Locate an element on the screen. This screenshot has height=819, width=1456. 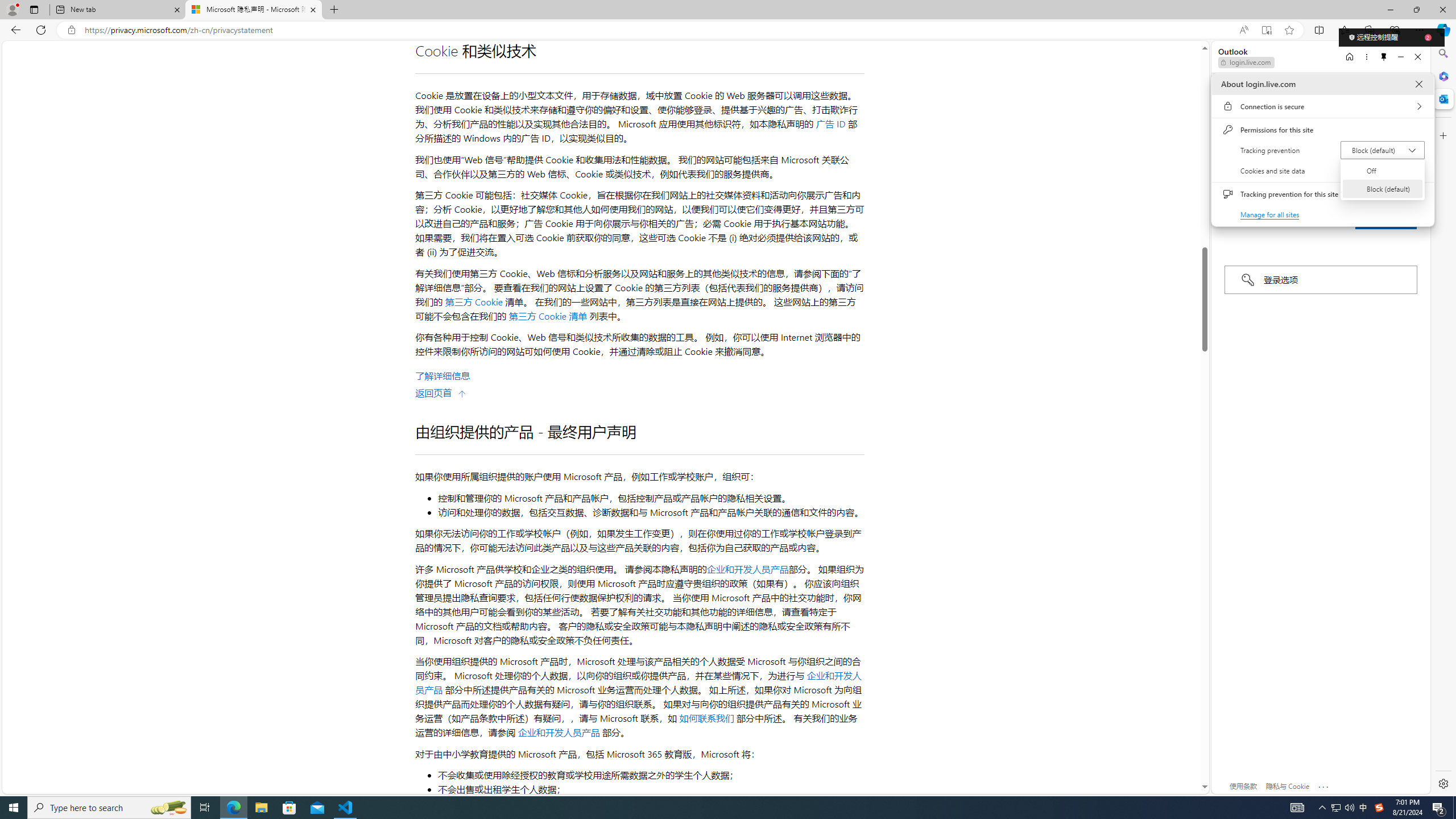
'User Promoted Notification Area' is located at coordinates (1342, 806).